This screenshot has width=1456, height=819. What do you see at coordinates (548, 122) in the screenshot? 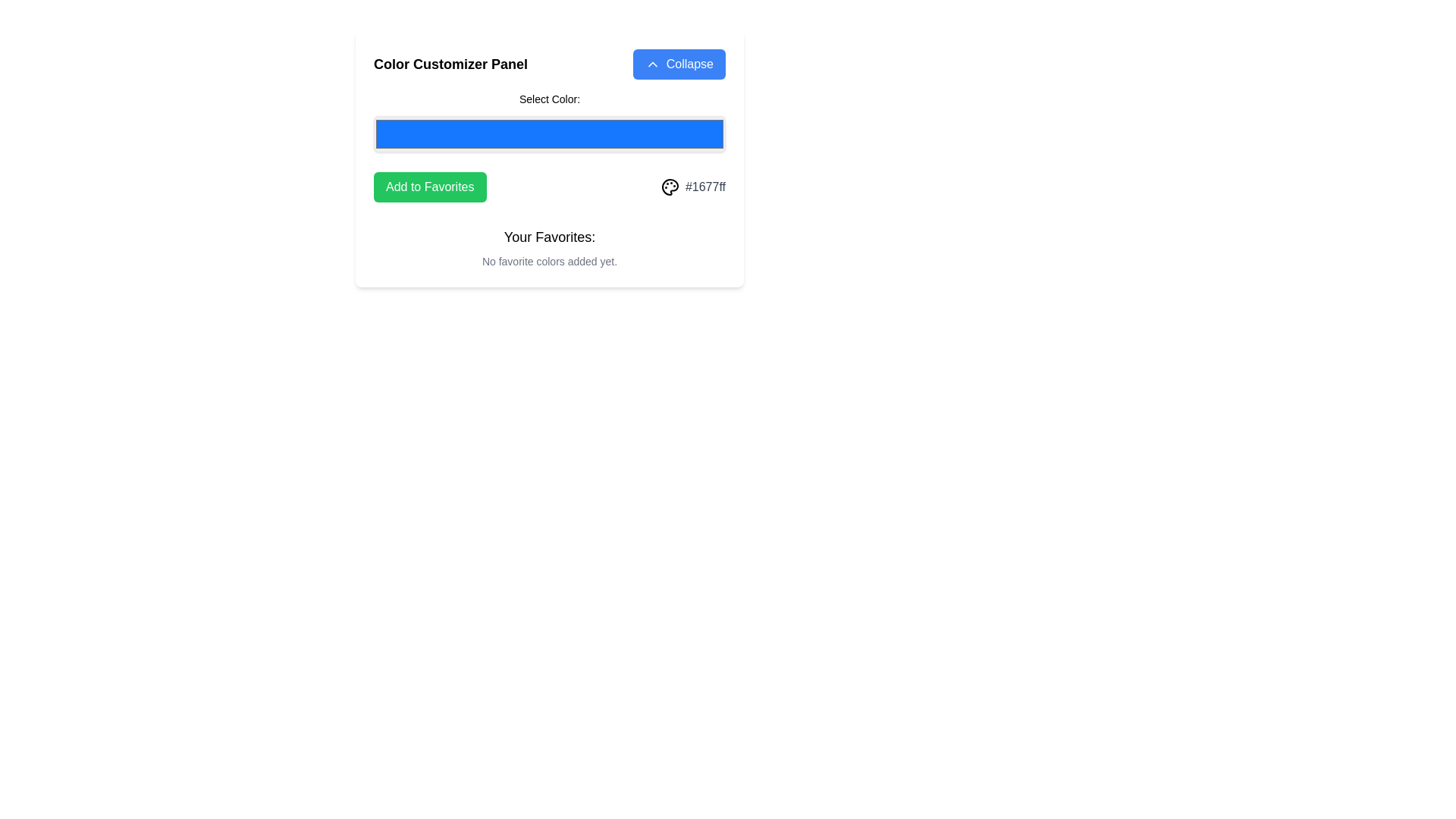
I see `the color selection area labeled 'Select Color:'` at bounding box center [548, 122].